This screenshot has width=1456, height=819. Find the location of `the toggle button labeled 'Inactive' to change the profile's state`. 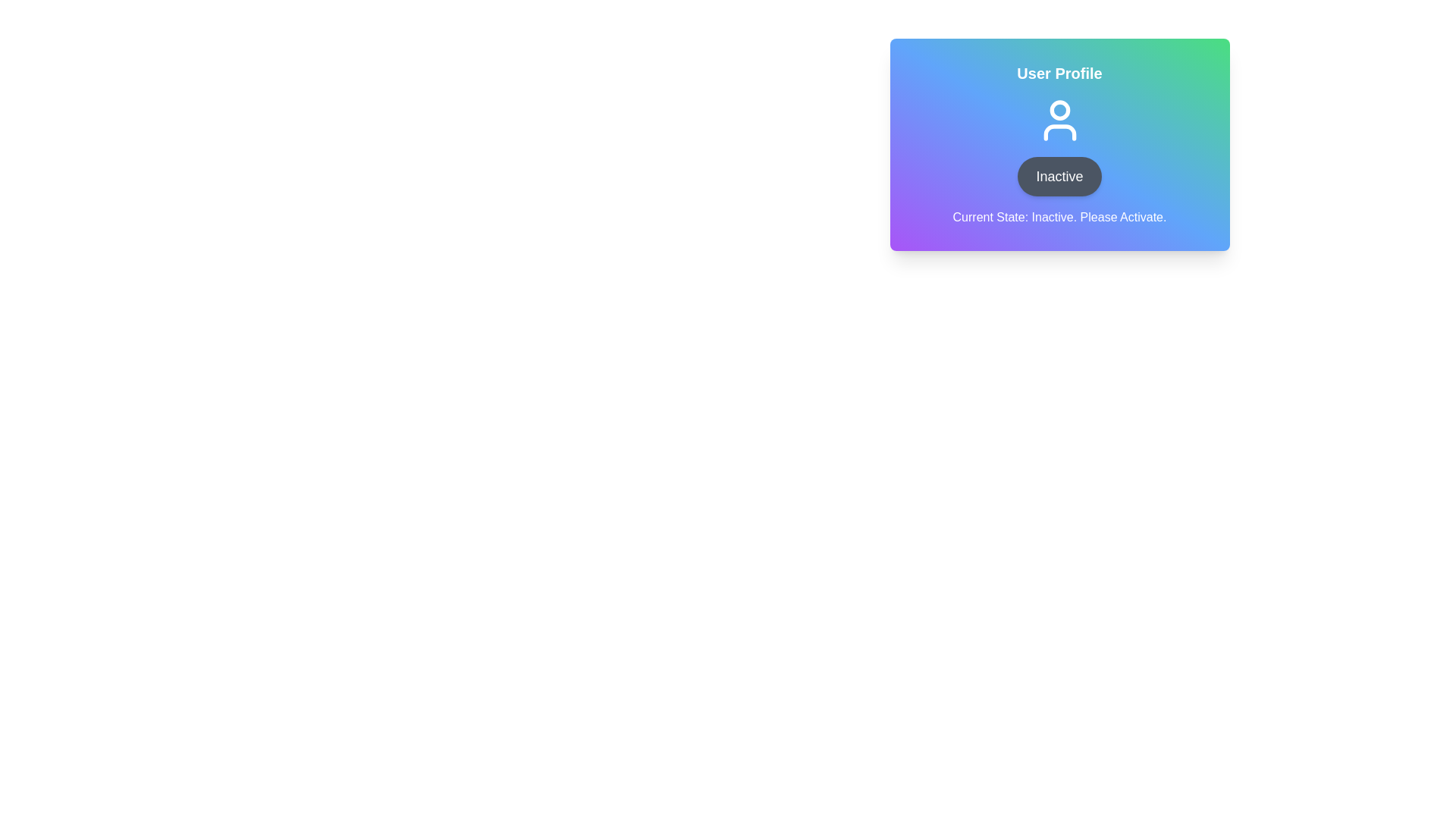

the toggle button labeled 'Inactive' to change the profile's state is located at coordinates (1058, 175).